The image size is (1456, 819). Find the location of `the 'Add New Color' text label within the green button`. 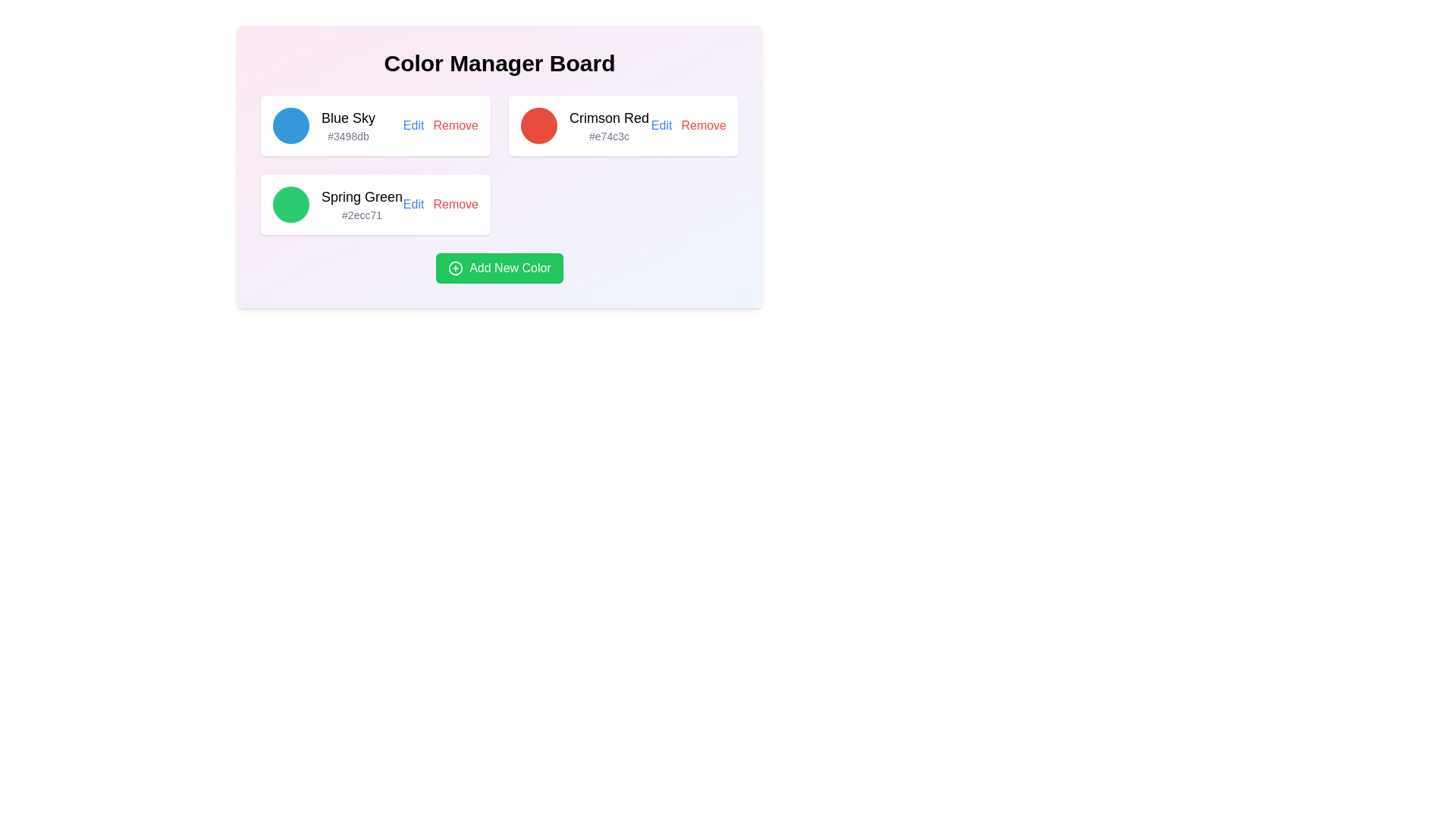

the 'Add New Color' text label within the green button is located at coordinates (510, 268).